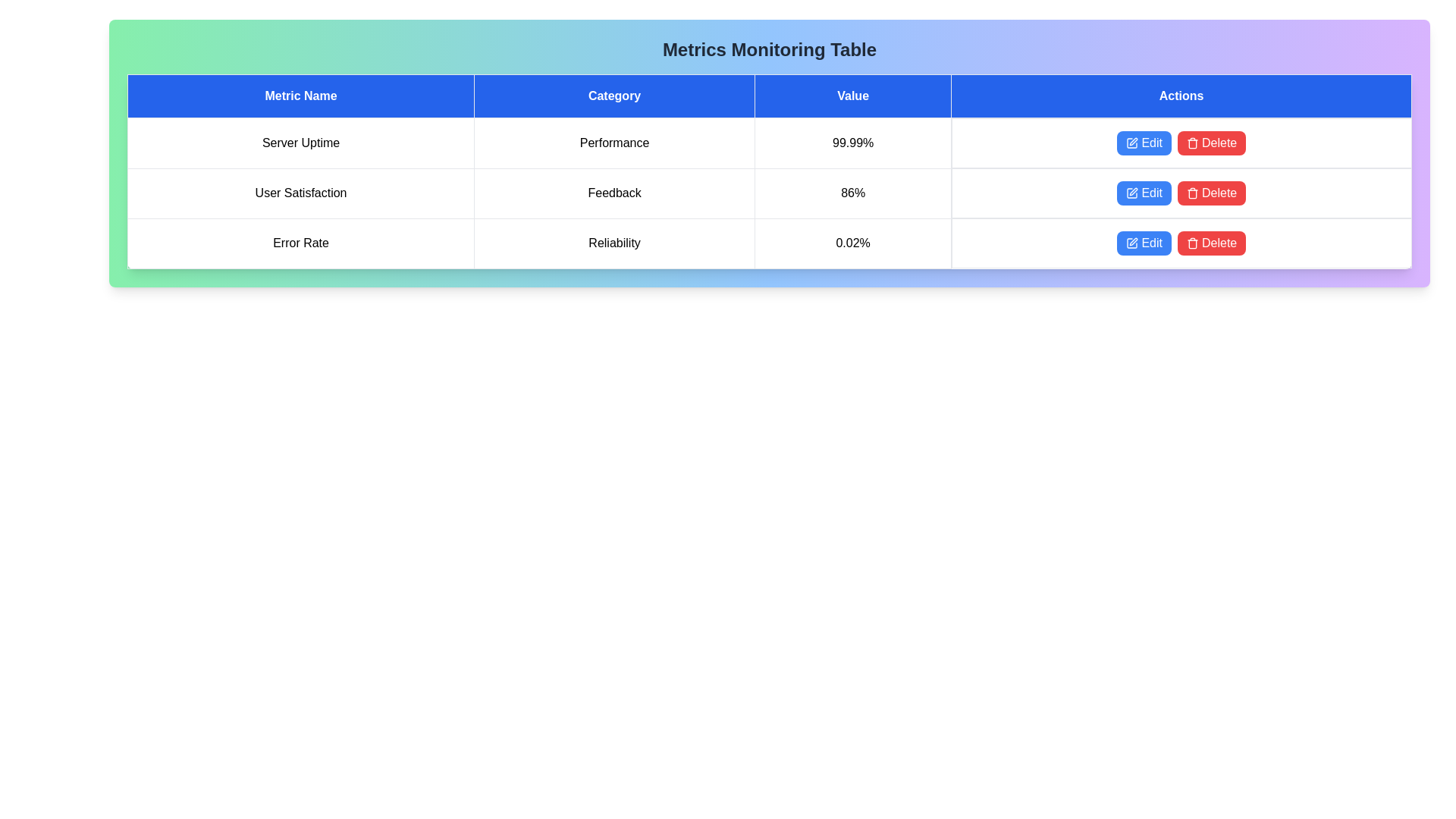 This screenshot has width=1456, height=819. Describe the element at coordinates (1144, 242) in the screenshot. I see `the 'Edit' button for the metric Error Rate` at that location.